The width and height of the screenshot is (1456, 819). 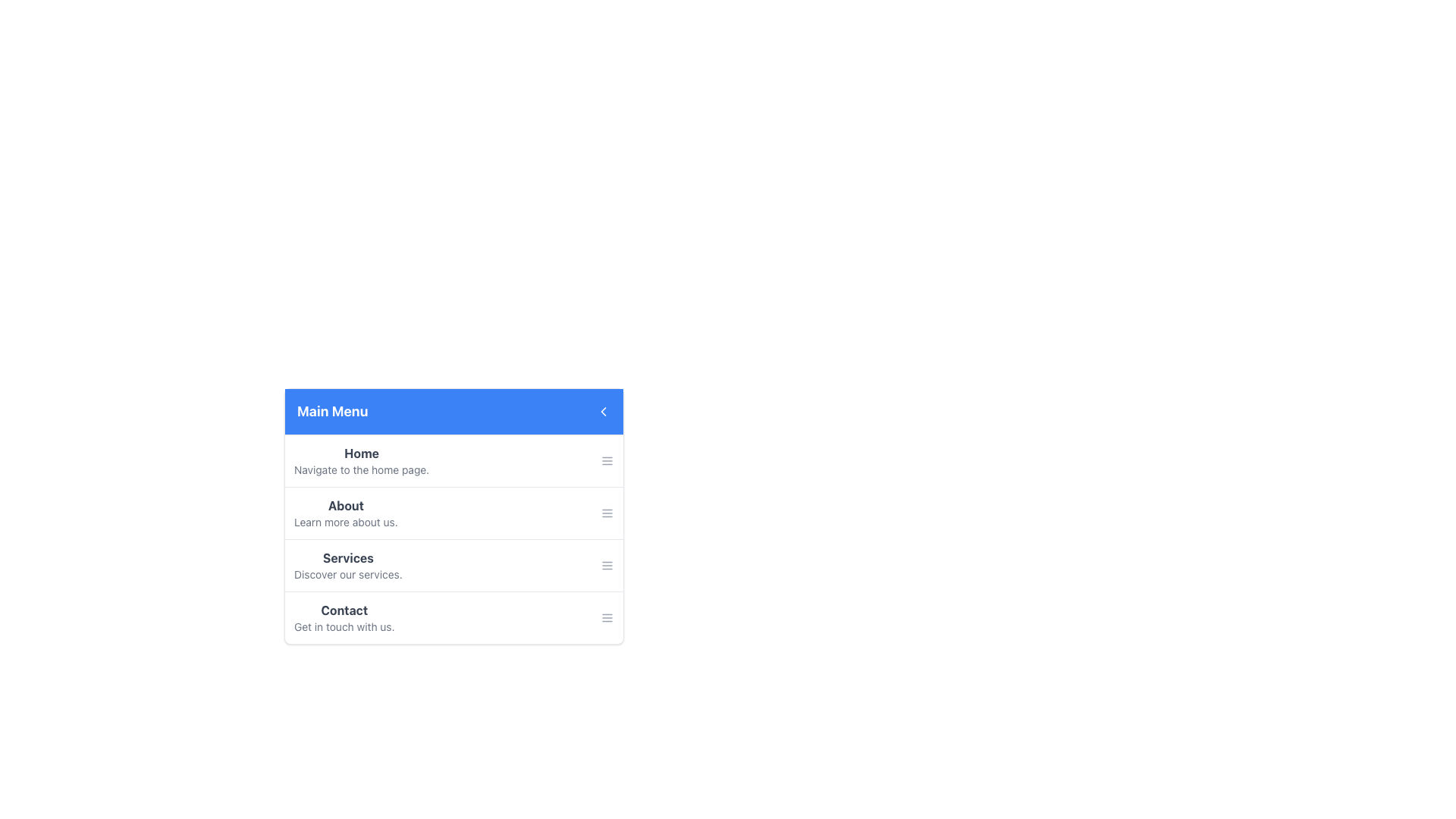 I want to click on the menu icon represented by three horizontal lines, styled in medium gray, located at the far-right end of the list item labeled 'About', so click(x=607, y=513).